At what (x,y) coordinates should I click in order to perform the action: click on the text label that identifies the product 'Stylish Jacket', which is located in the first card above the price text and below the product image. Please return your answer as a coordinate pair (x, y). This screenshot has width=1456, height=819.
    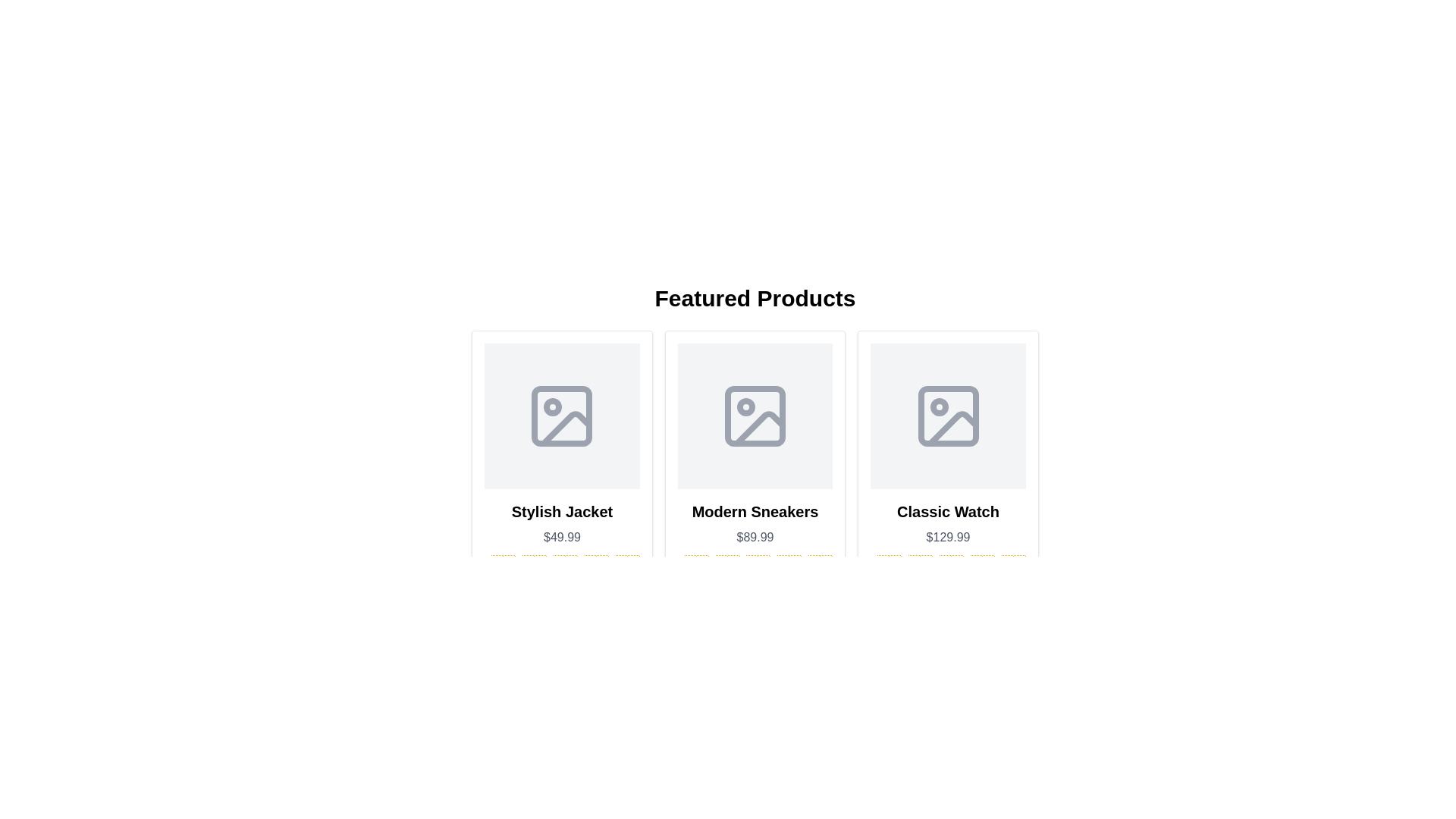
    Looking at the image, I should click on (561, 512).